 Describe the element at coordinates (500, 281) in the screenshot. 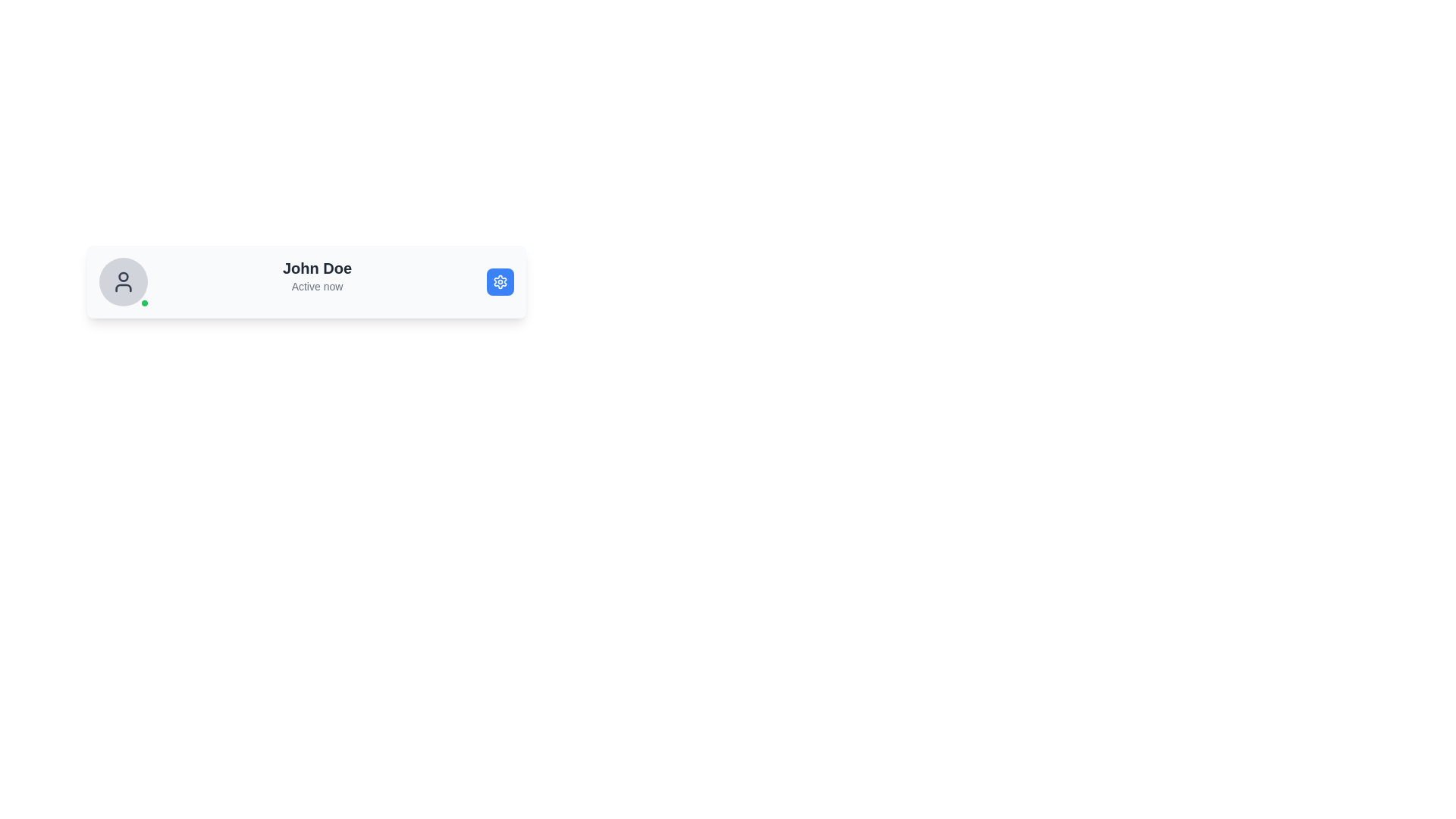

I see `the blue rectangular button with rounded corners that contains a white settings gear icon, located at the far right end of the component` at that location.